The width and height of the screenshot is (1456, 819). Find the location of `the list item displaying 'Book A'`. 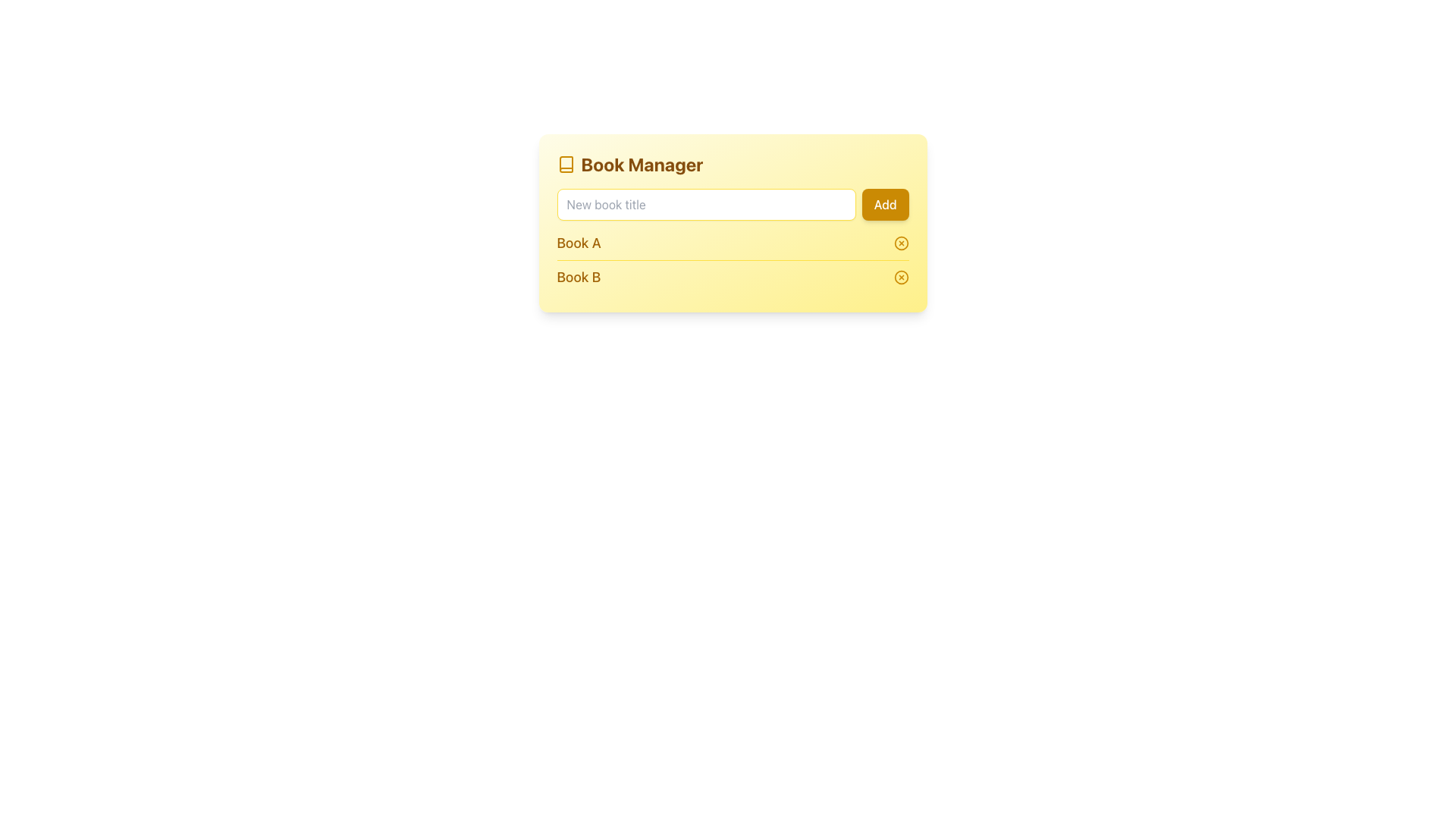

the list item displaying 'Book A' is located at coordinates (733, 242).